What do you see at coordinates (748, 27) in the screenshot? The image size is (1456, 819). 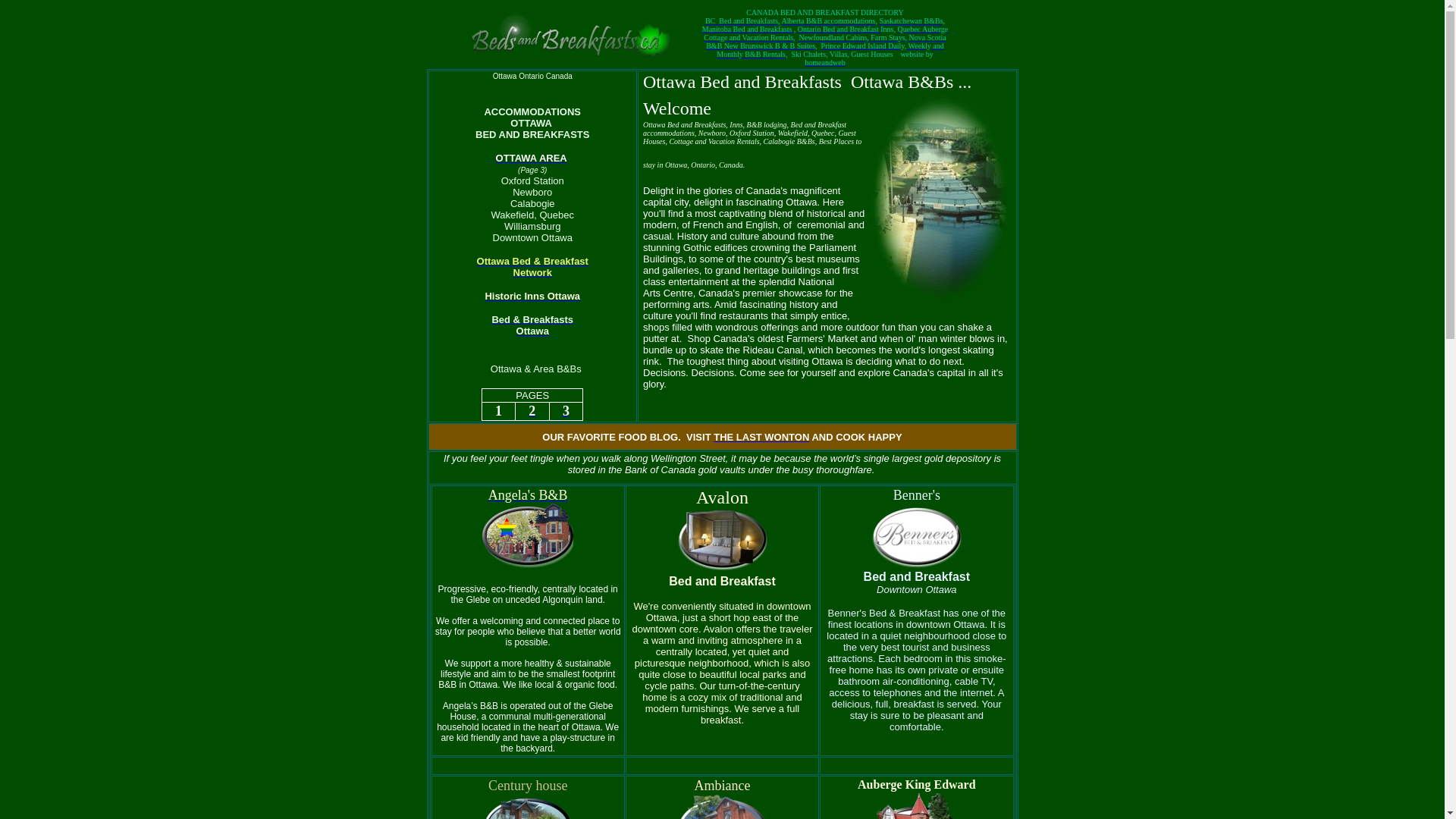 I see `'Manitoba Bed and Breakfasts'` at bounding box center [748, 27].